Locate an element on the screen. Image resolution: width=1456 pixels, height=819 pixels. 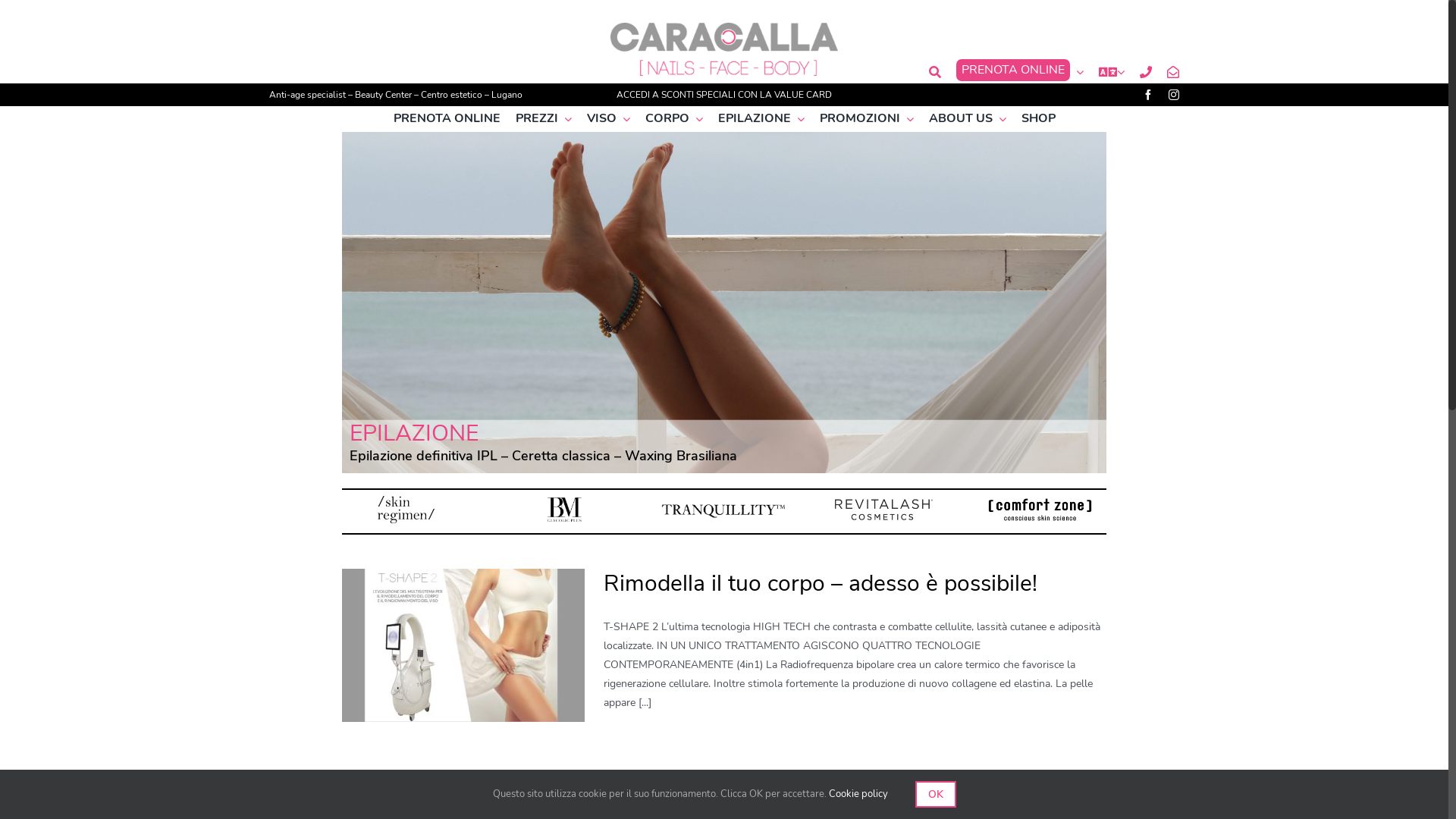
'OK' is located at coordinates (913, 793).